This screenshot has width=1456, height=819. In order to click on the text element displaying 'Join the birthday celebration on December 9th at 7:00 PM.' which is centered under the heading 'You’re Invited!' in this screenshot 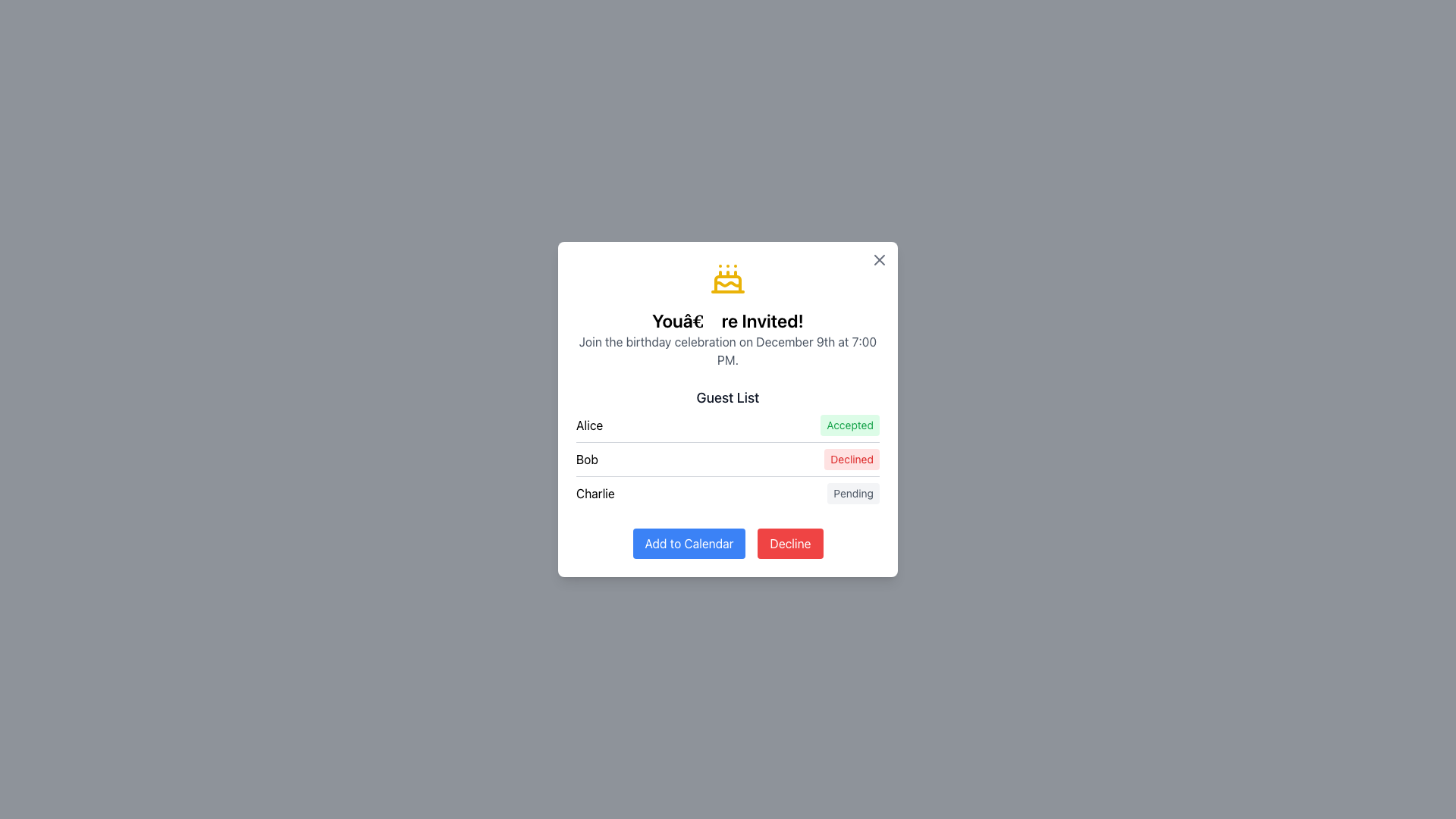, I will do `click(728, 350)`.